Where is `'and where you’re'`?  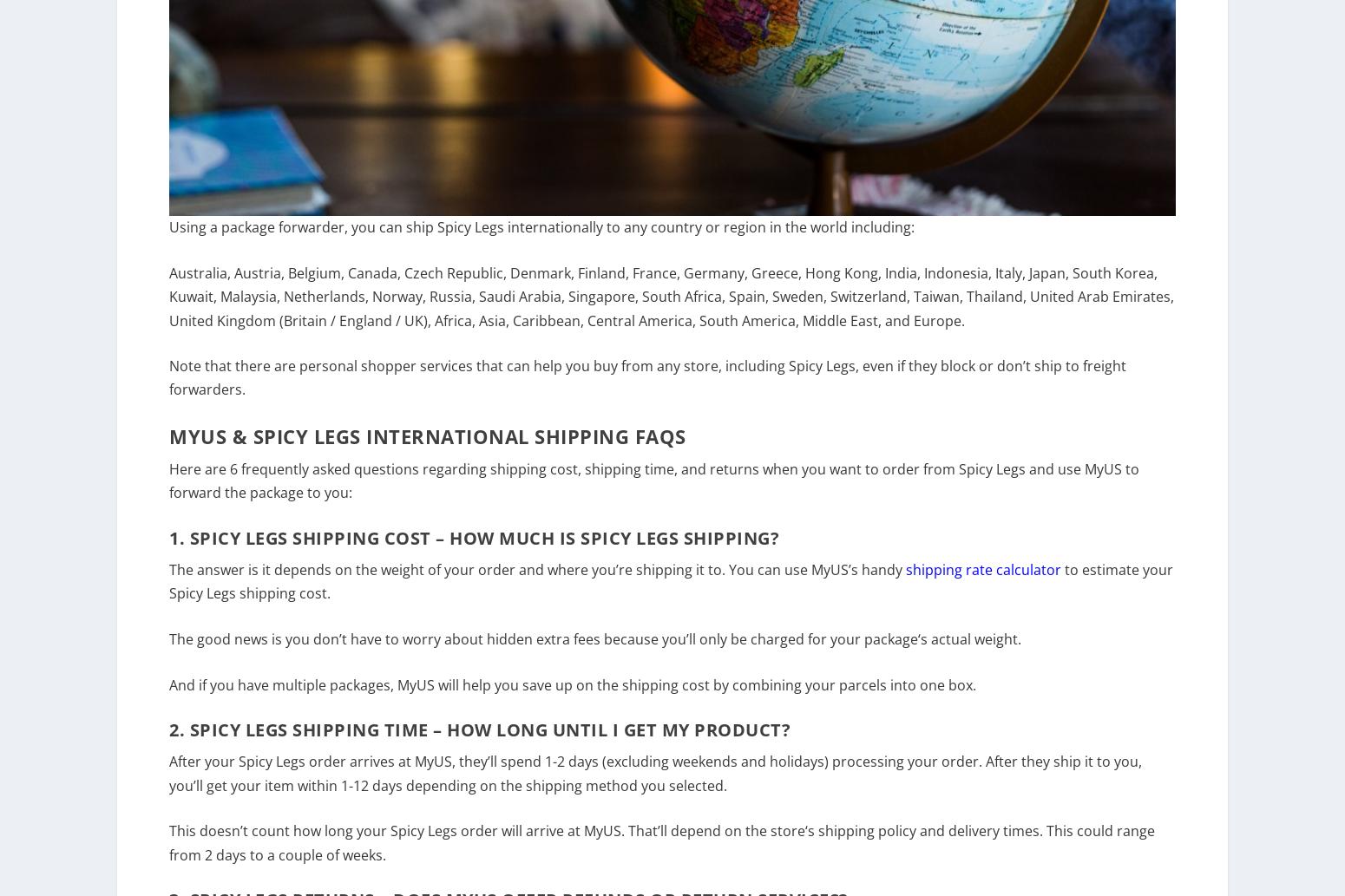 'and where you’re' is located at coordinates (574, 580).